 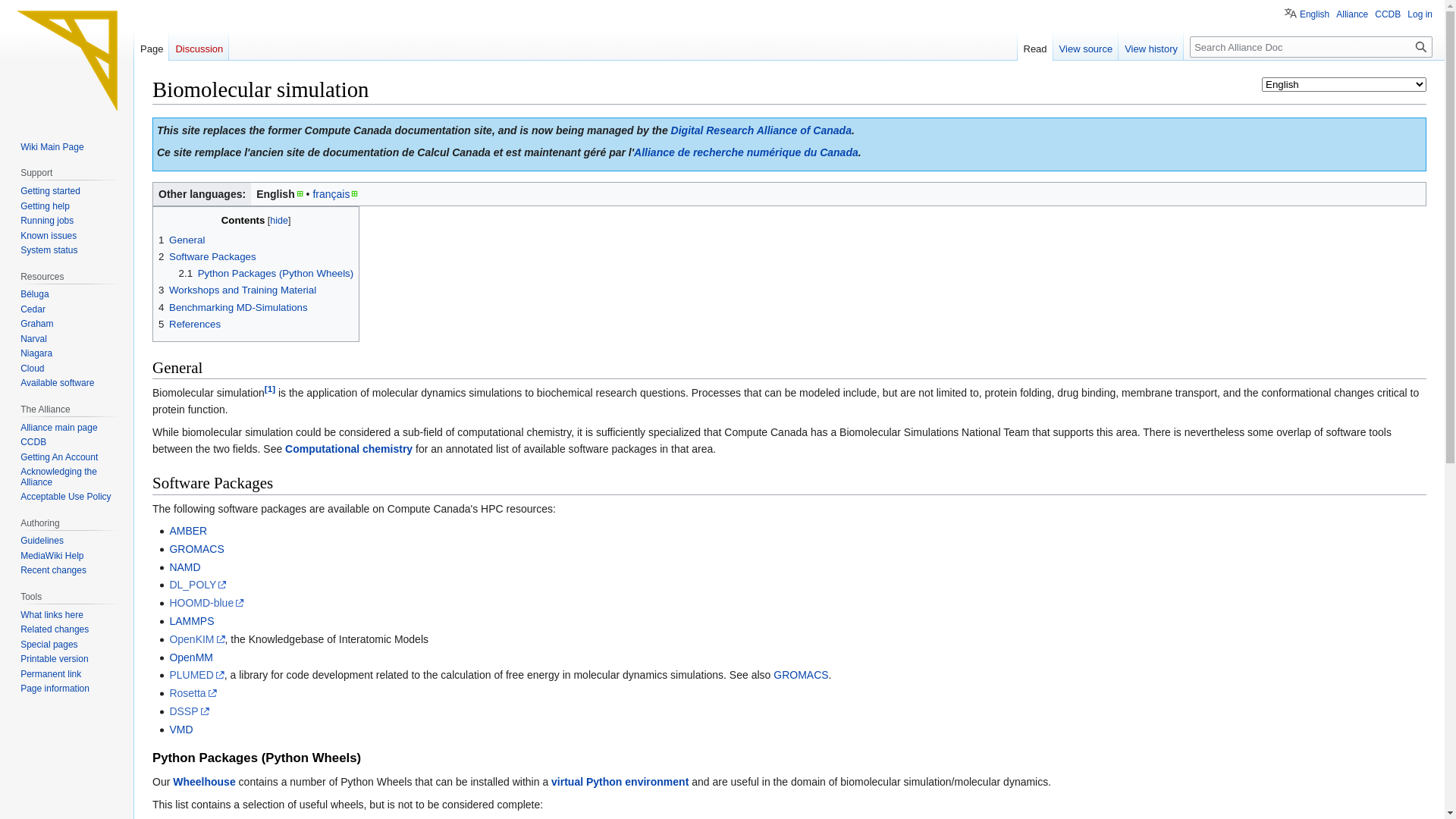 I want to click on 'Page information', so click(x=55, y=688).